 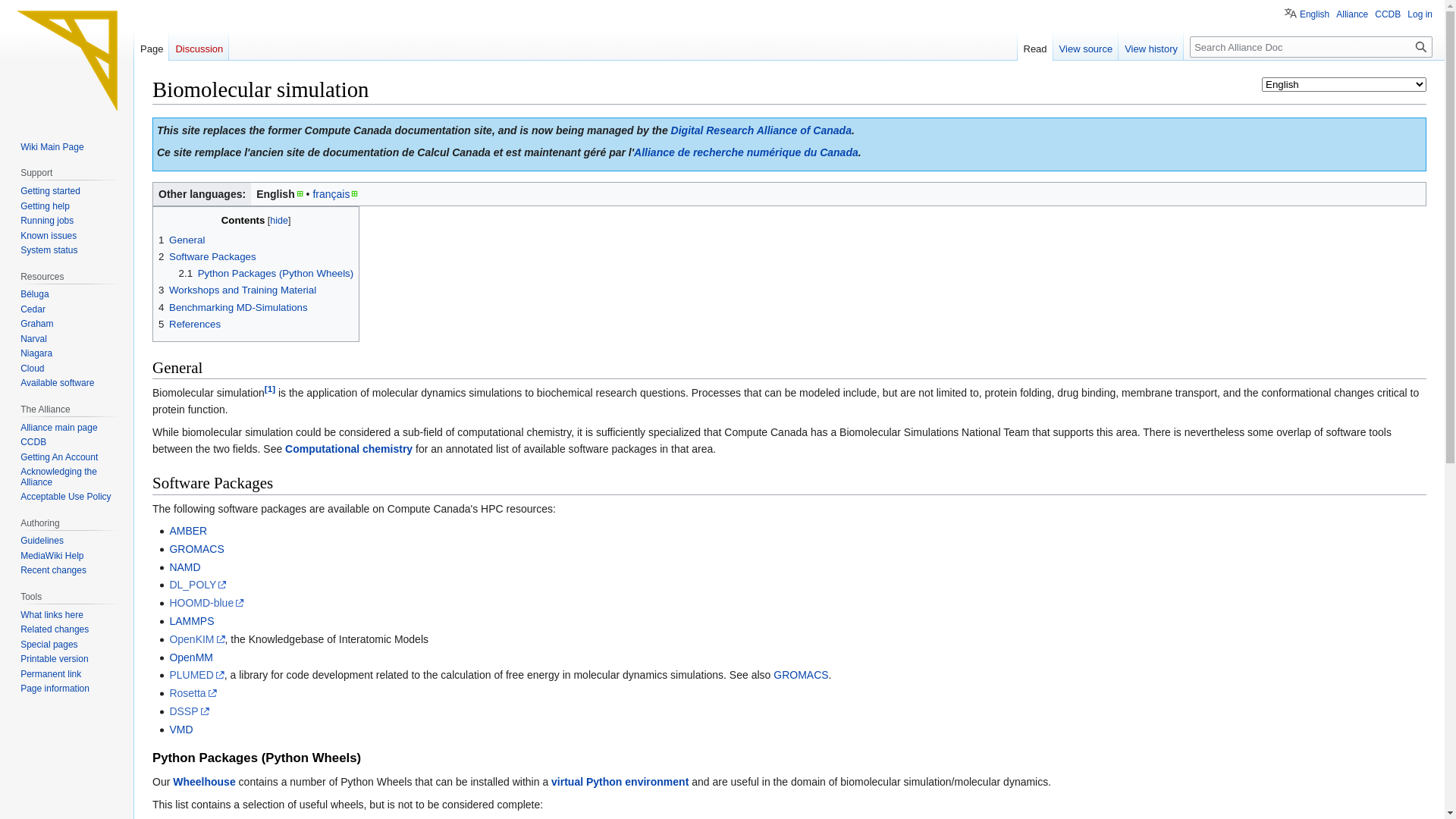 I want to click on 'Page information', so click(x=55, y=688).